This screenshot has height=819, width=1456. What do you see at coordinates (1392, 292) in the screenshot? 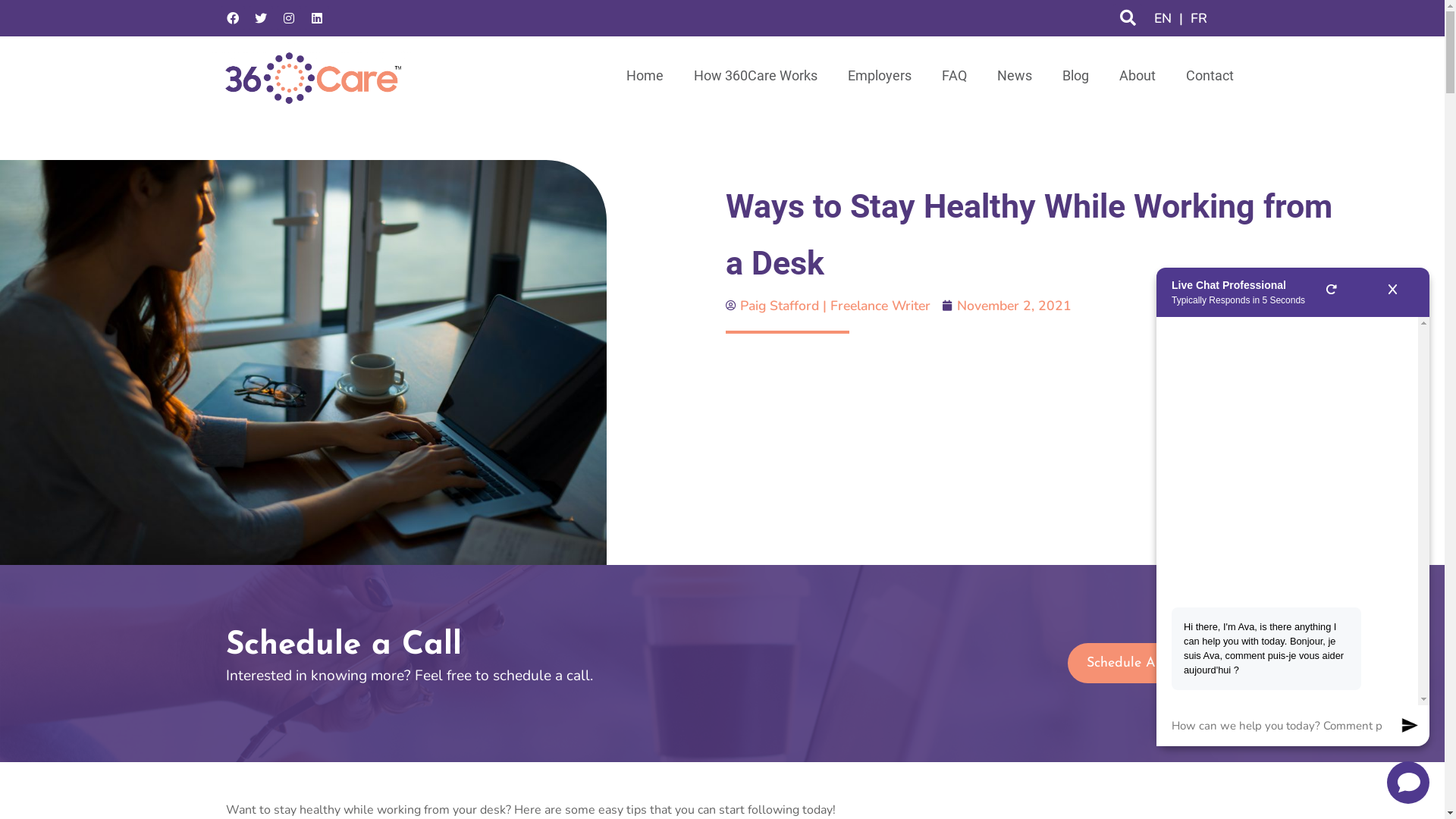
I see `'Close'` at bounding box center [1392, 292].